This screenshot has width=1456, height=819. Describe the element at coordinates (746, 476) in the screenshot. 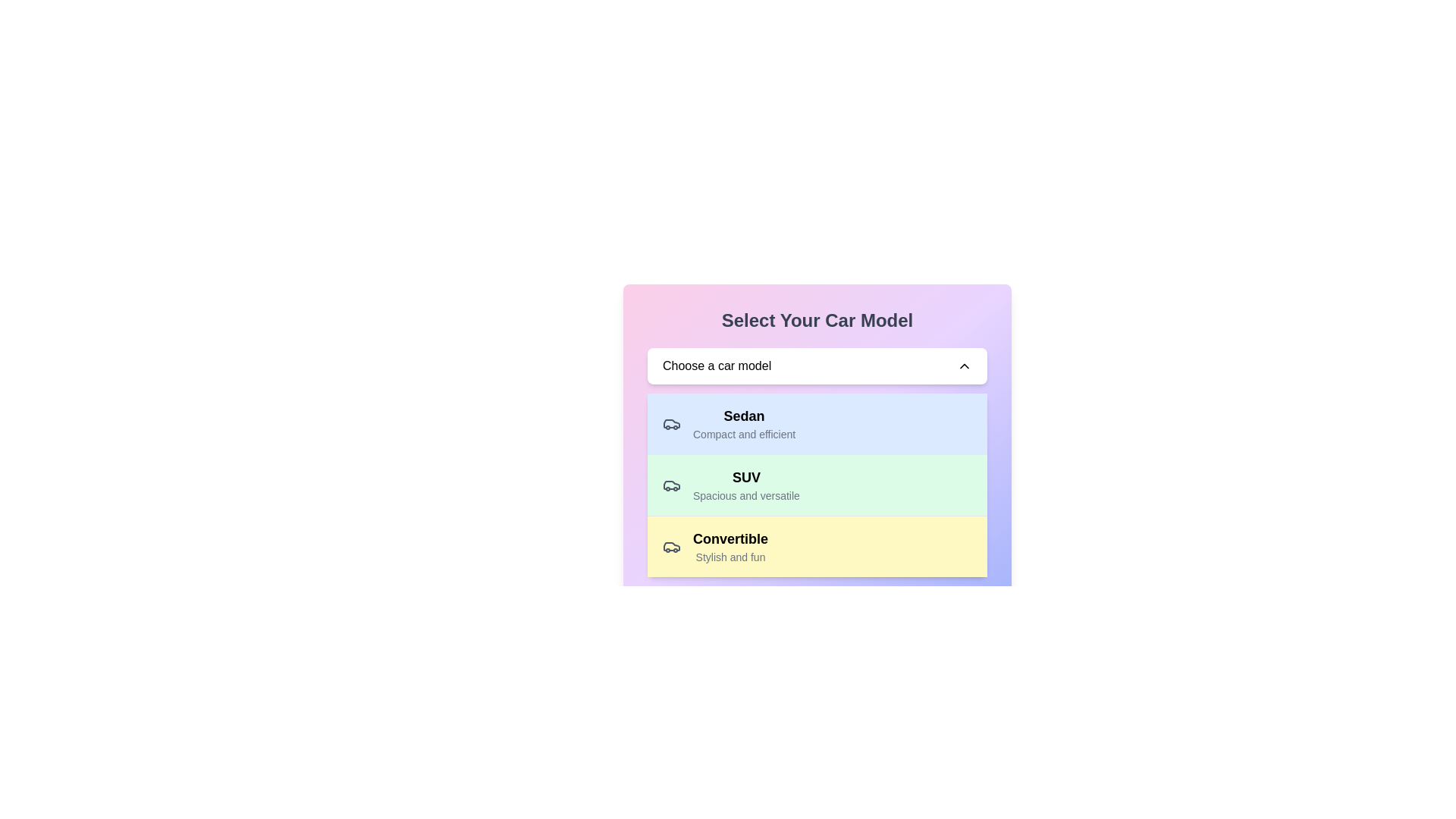

I see `the Text label for the SUV option in the car model selection dropdown by moving the cursor to its center` at that location.